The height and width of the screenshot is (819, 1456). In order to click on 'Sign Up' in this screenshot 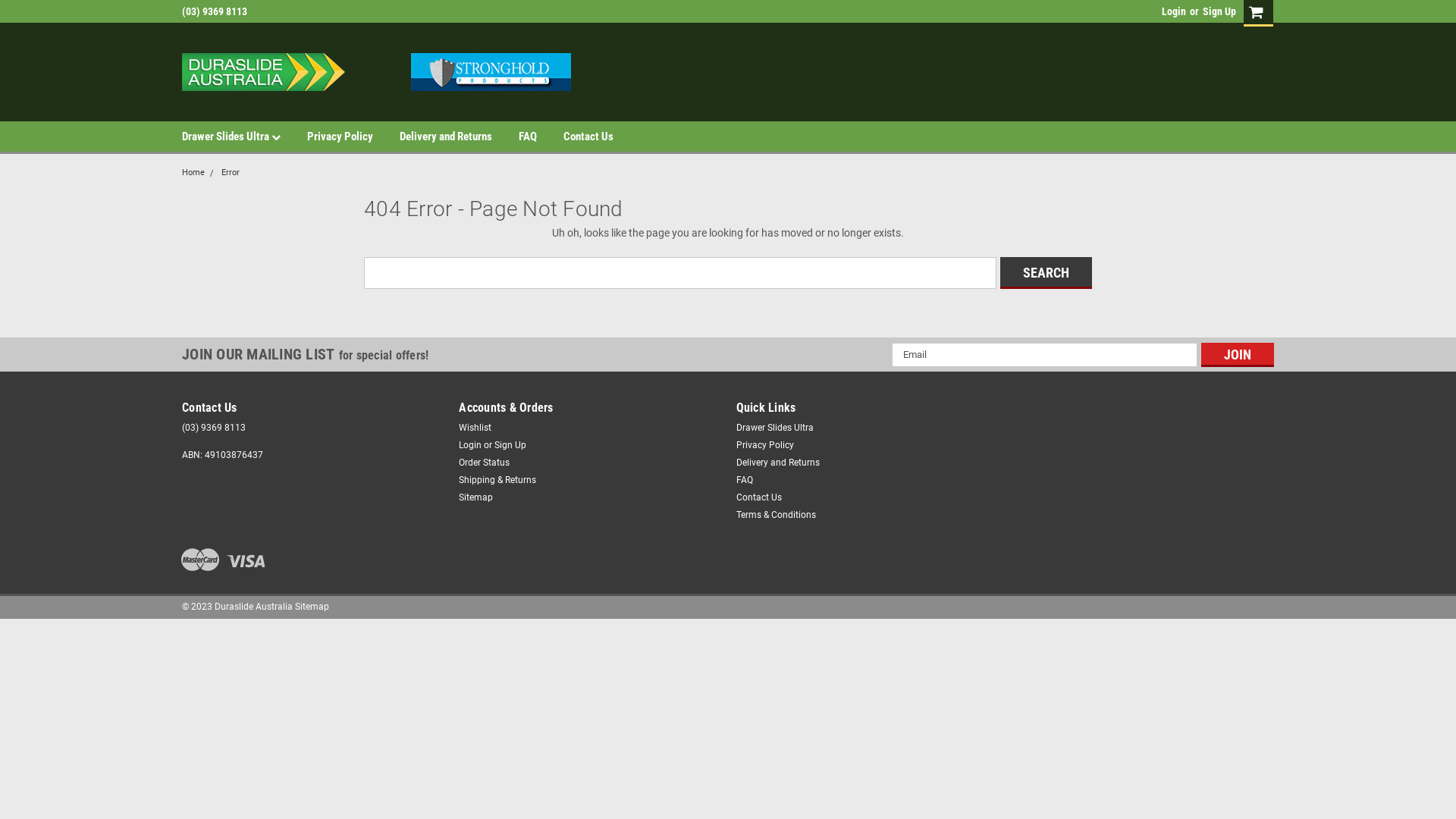, I will do `click(1217, 11)`.